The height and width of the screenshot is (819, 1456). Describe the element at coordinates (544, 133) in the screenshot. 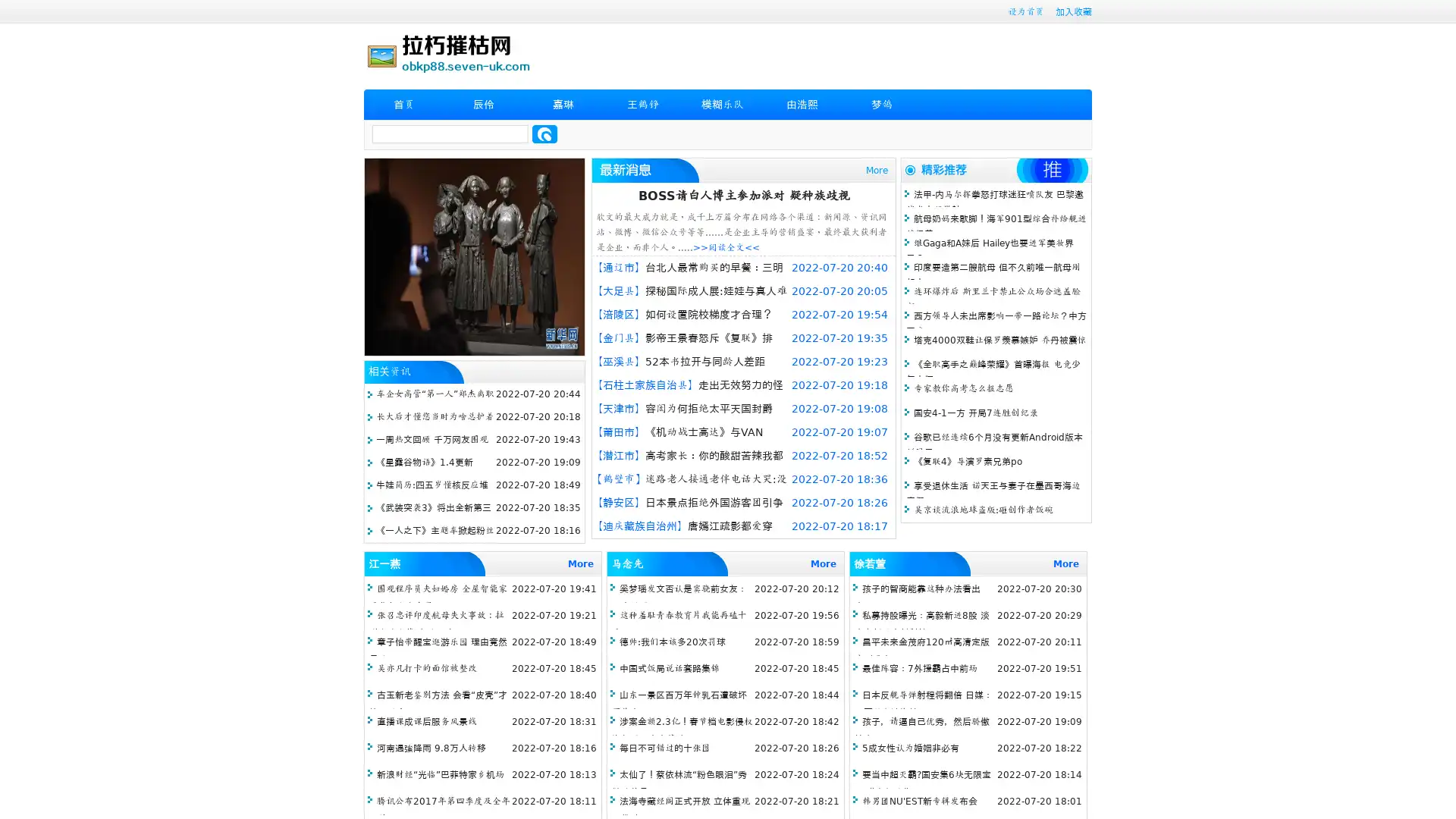

I see `Search` at that location.